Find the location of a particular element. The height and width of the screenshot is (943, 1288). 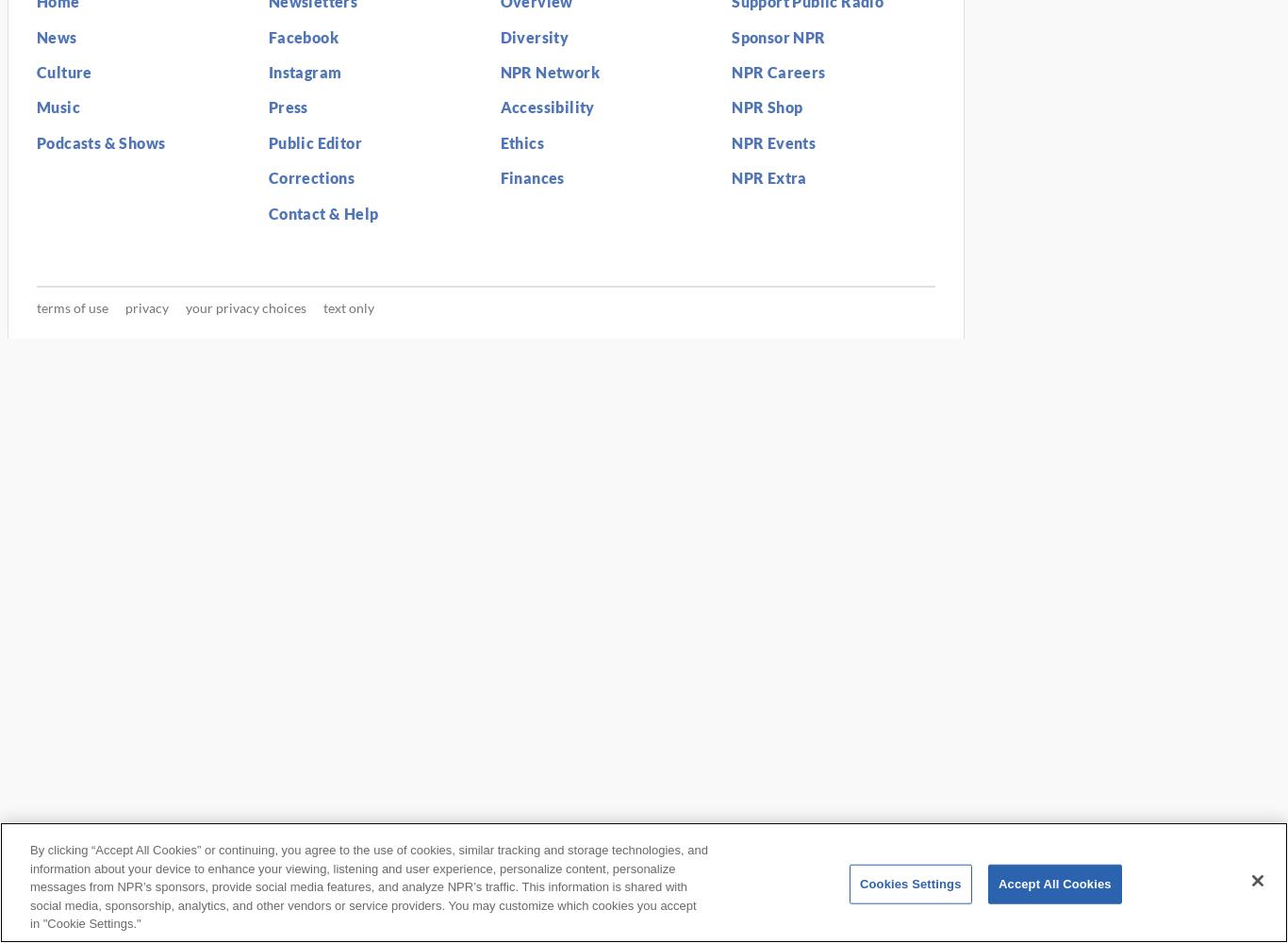

'Terms of Use' is located at coordinates (73, 306).